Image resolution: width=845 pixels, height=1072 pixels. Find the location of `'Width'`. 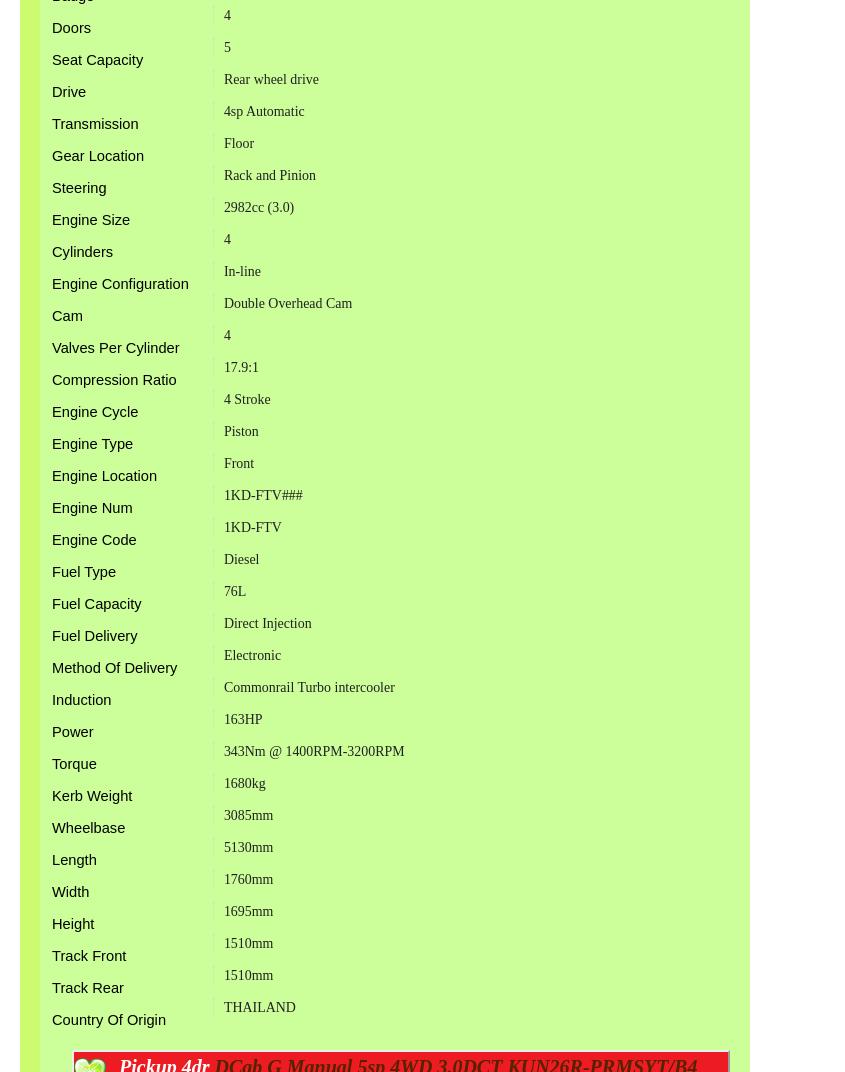

'Width' is located at coordinates (69, 891).